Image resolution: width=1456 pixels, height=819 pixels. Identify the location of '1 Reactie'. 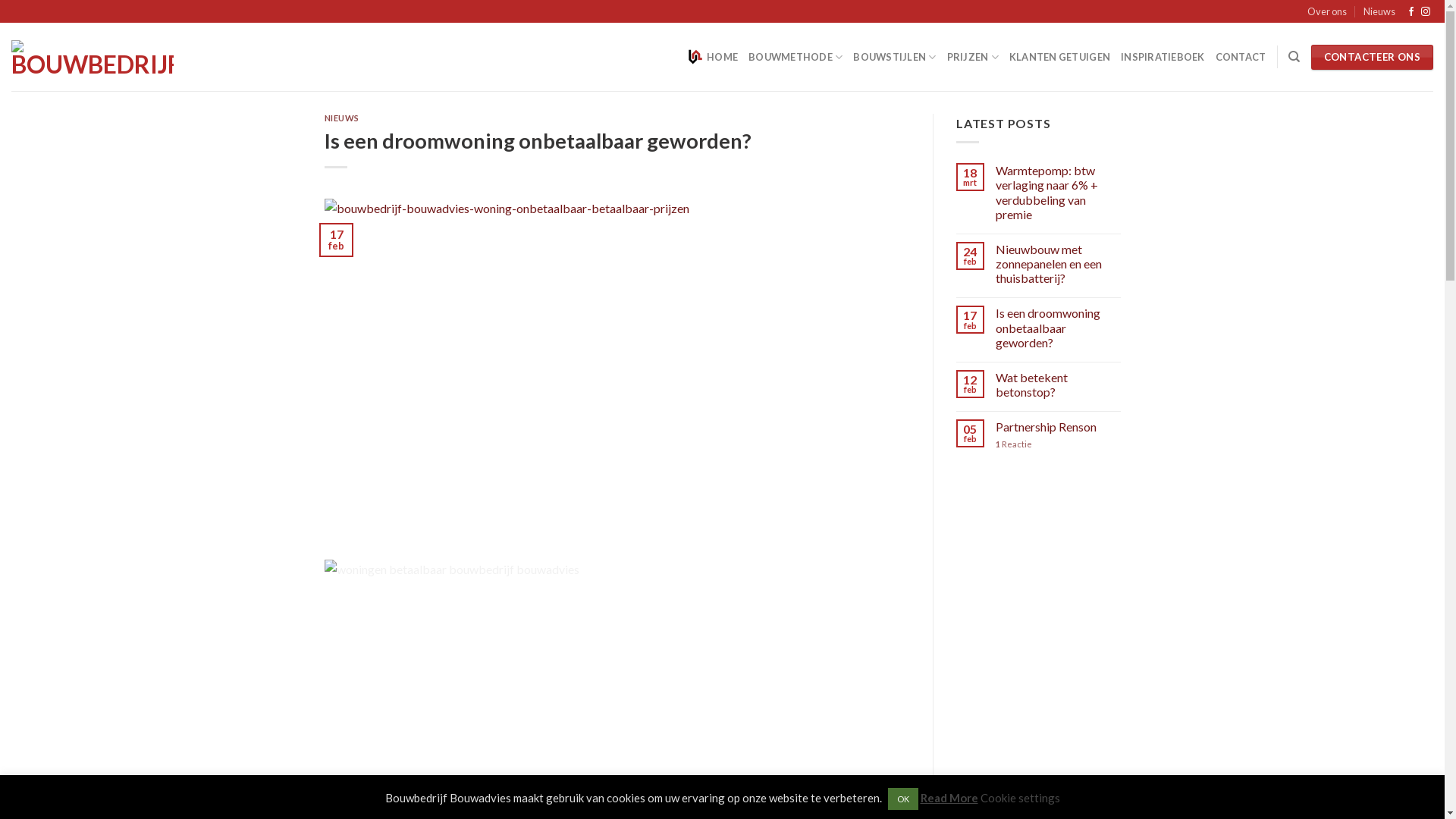
(1057, 444).